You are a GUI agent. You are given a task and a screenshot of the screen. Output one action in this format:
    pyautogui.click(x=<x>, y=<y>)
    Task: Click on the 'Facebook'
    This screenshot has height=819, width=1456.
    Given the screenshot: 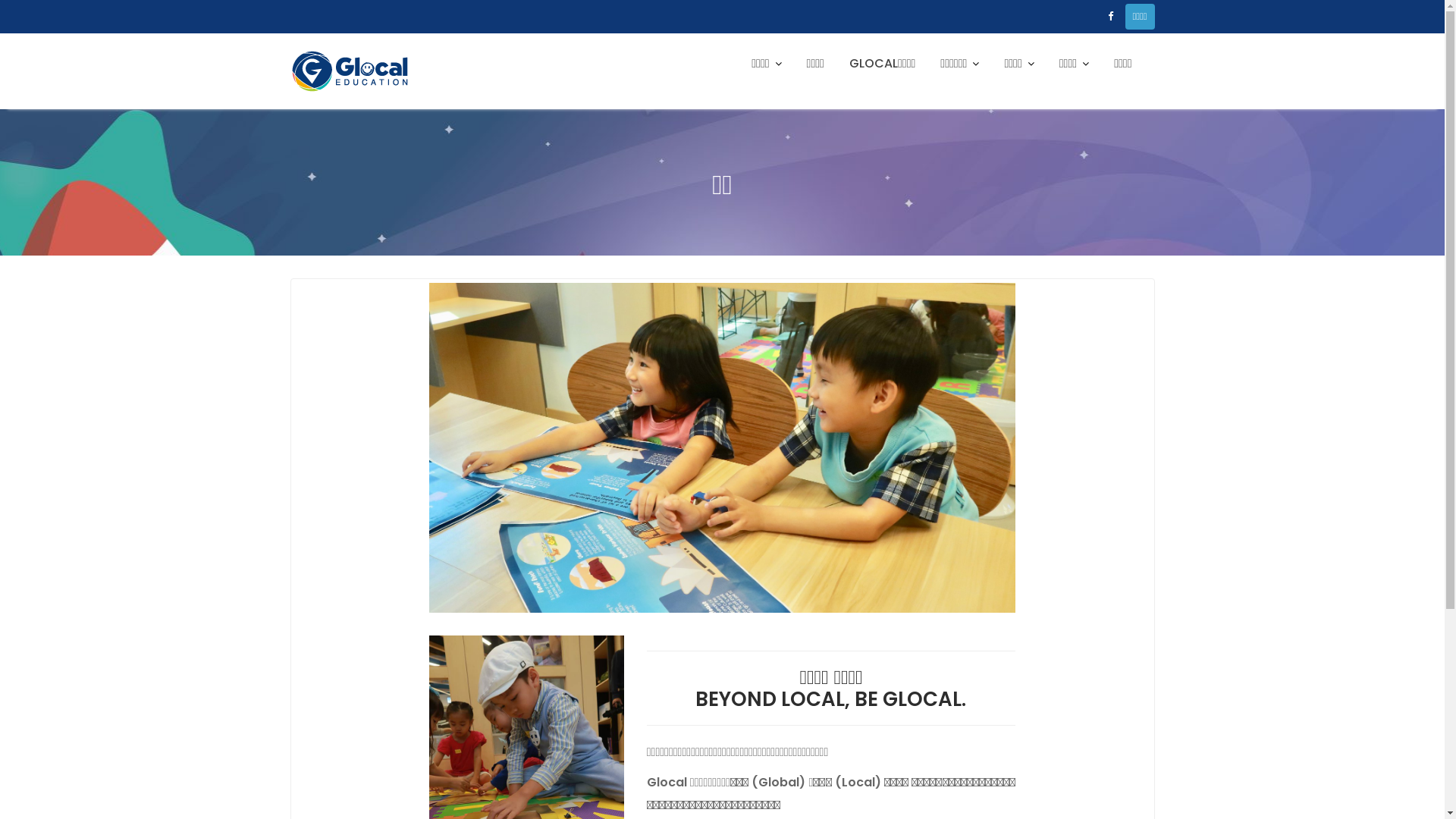 What is the action you would take?
    pyautogui.click(x=1110, y=17)
    